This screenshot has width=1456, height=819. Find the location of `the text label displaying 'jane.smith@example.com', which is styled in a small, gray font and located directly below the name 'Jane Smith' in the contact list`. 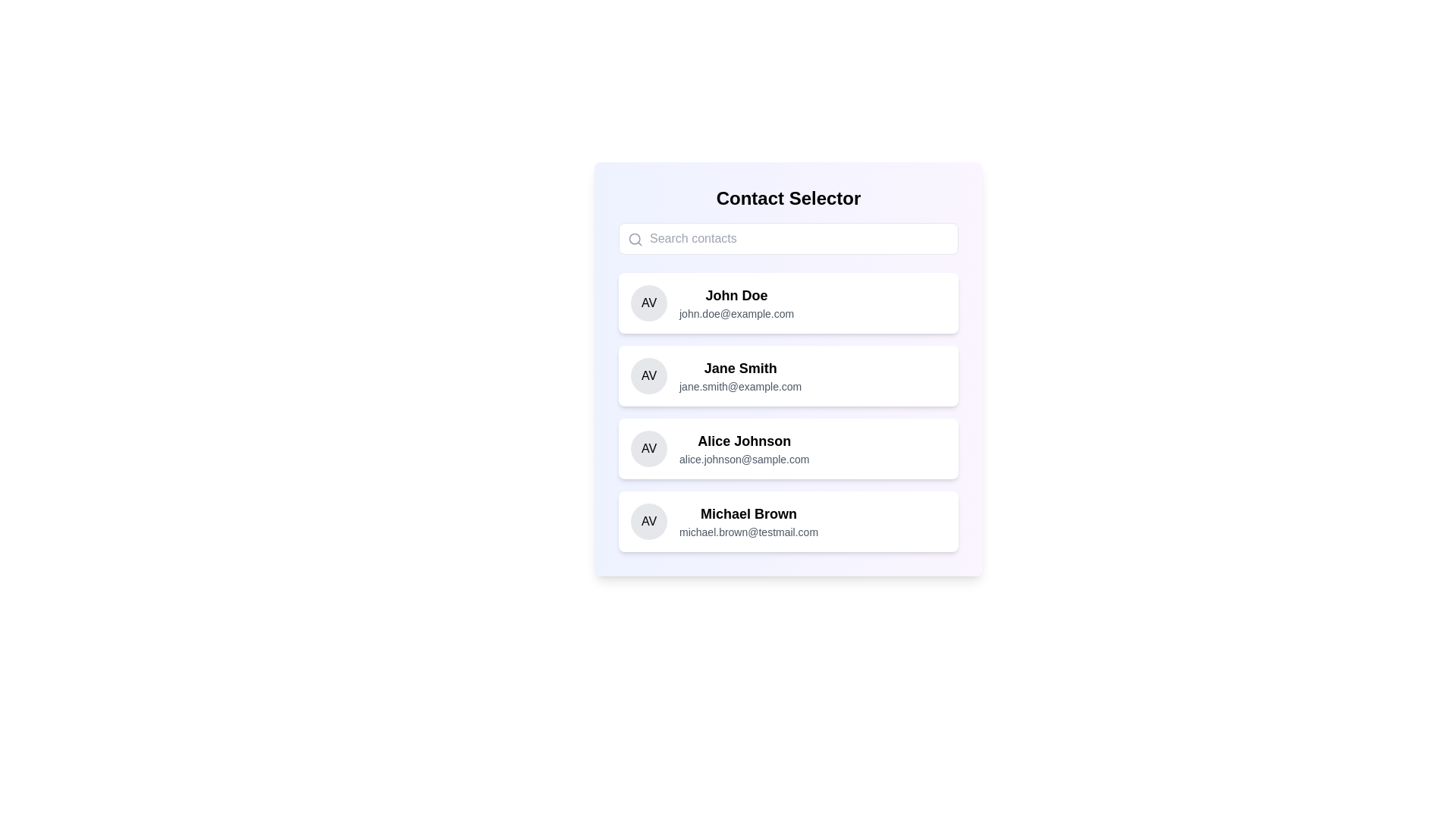

the text label displaying 'jane.smith@example.com', which is styled in a small, gray font and located directly below the name 'Jane Smith' in the contact list is located at coordinates (740, 385).